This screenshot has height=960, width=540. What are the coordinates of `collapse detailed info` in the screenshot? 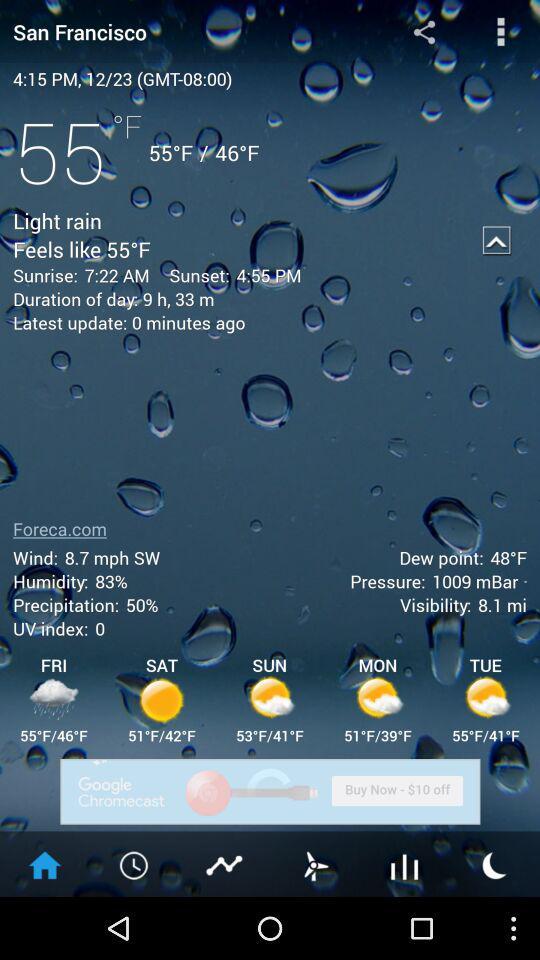 It's located at (496, 240).